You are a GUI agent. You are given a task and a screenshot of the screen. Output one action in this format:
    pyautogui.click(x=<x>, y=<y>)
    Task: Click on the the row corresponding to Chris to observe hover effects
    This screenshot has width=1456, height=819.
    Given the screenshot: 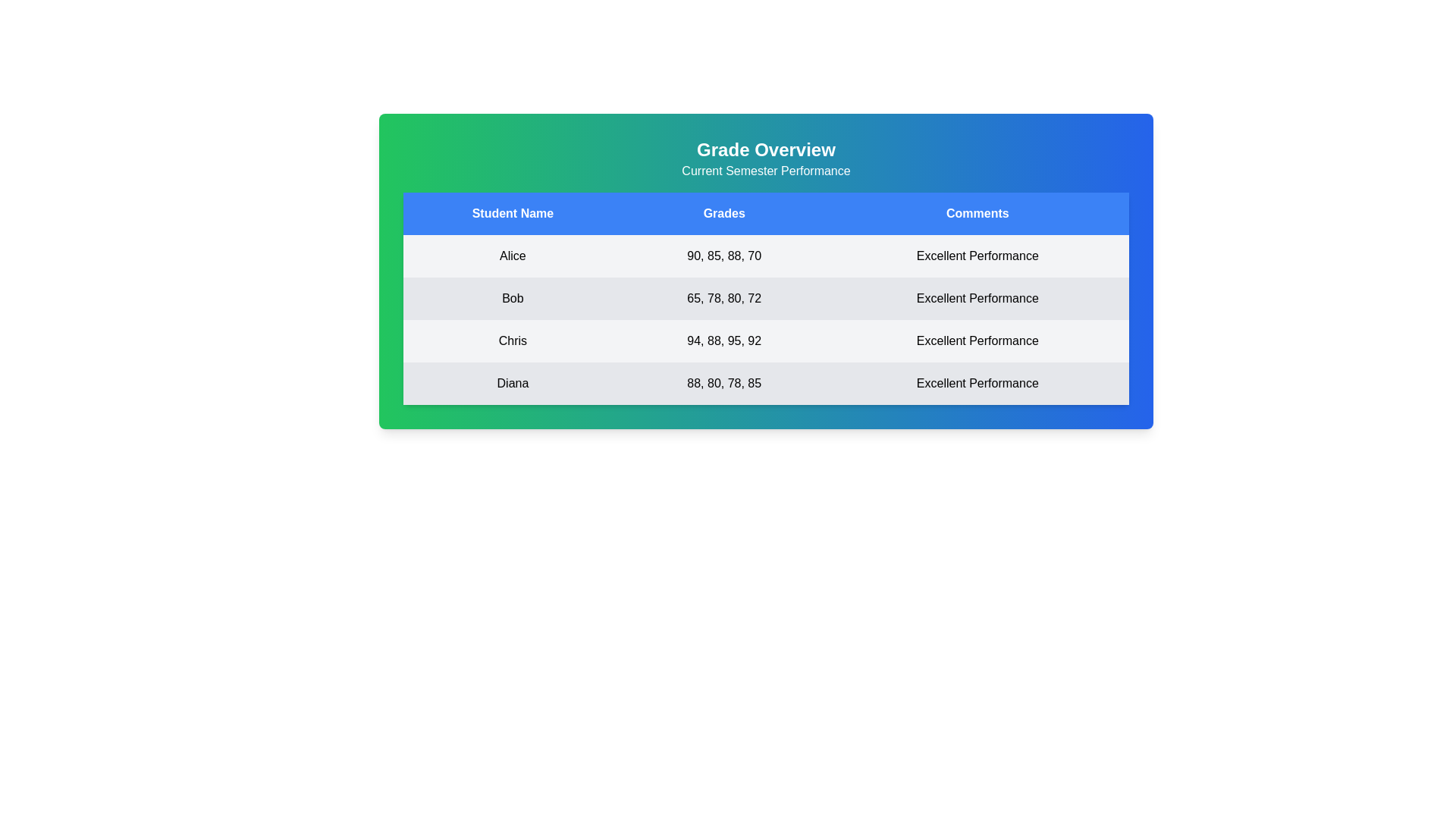 What is the action you would take?
    pyautogui.click(x=766, y=341)
    